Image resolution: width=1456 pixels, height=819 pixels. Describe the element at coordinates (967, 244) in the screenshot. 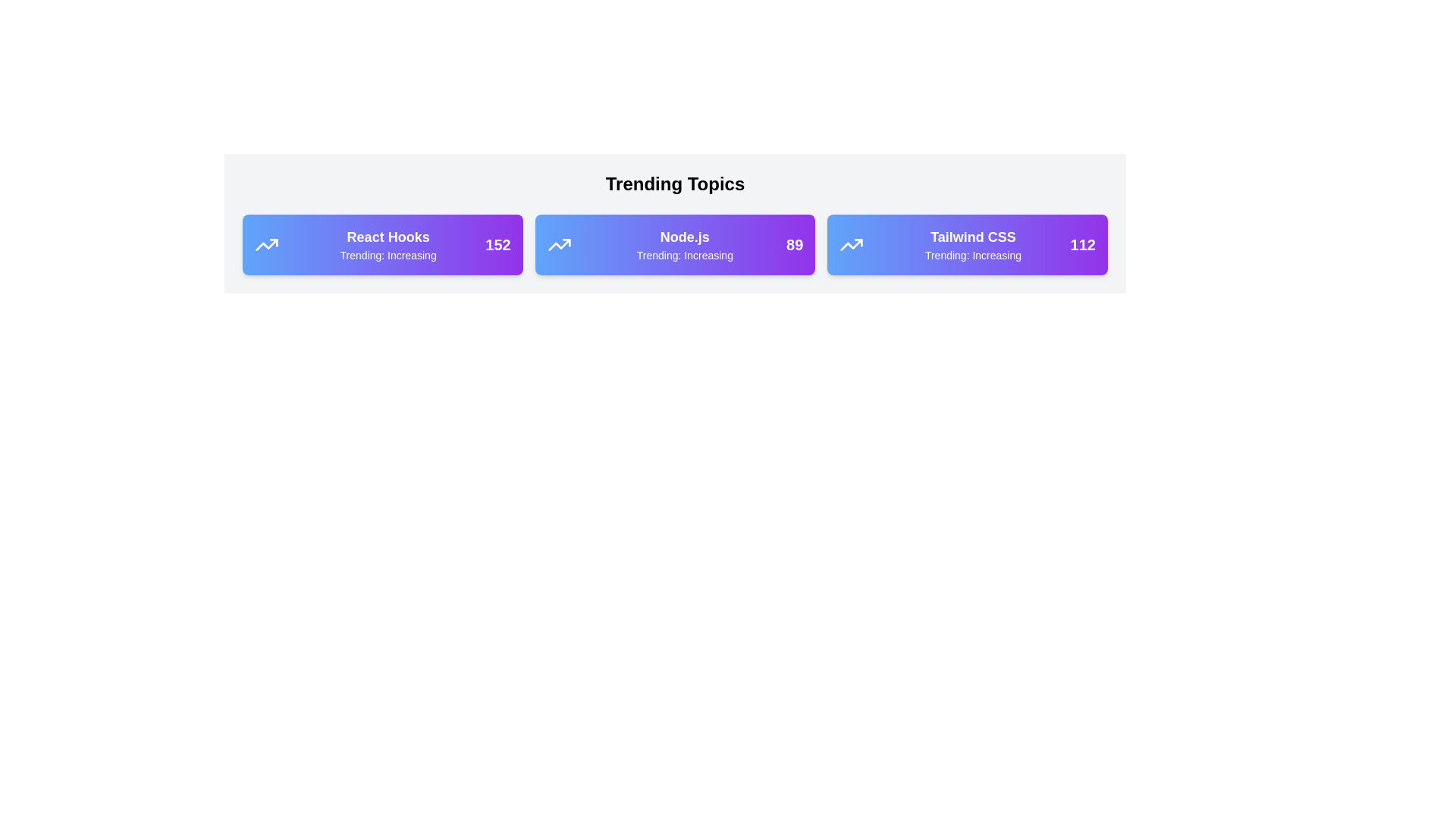

I see `the topic card for Tailwind CSS` at that location.